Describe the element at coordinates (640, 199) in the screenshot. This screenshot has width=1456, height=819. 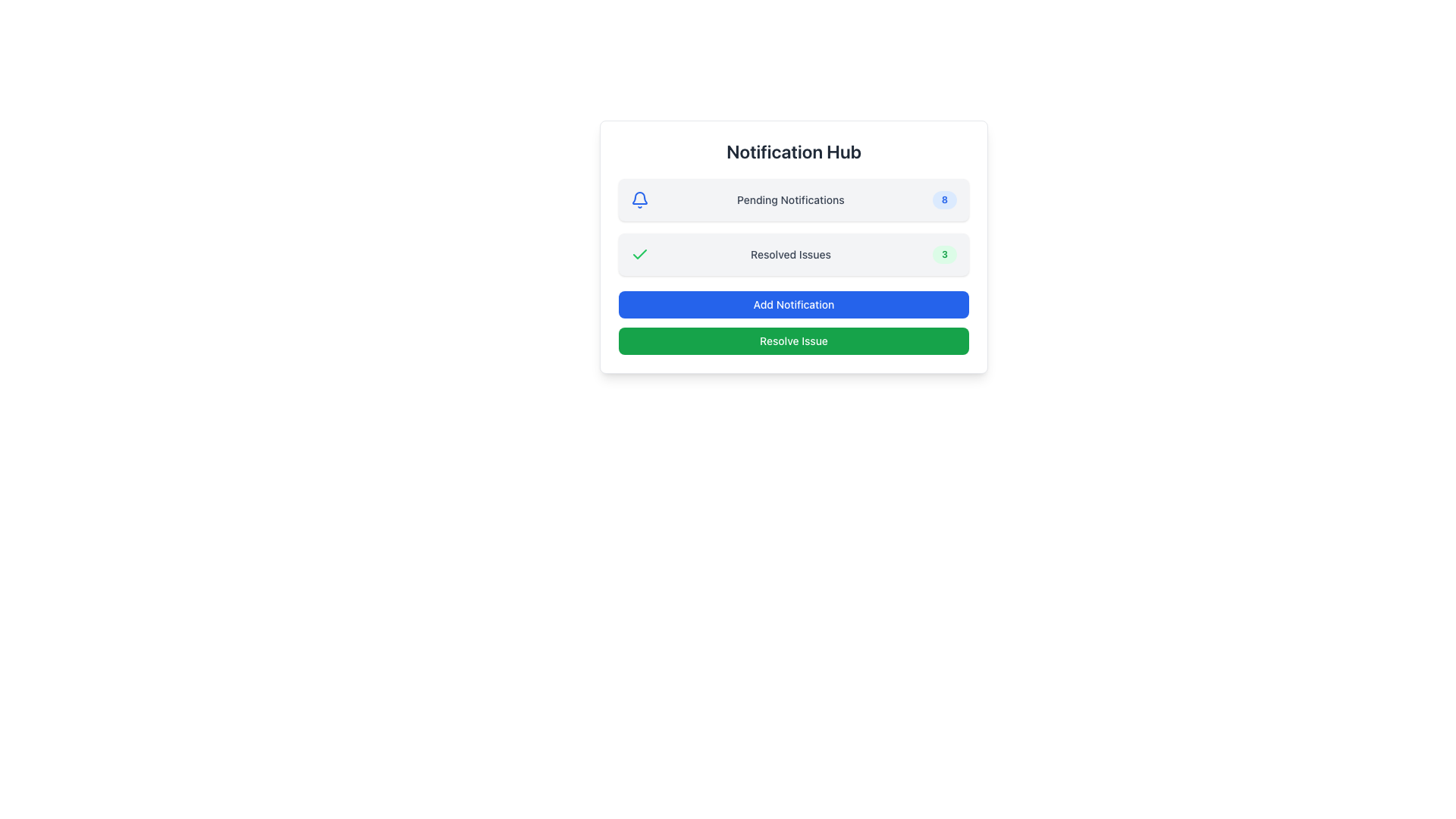
I see `the bell-shaped notification icon, which is styled in blue and located in the 'Pending Notifications' section of the Notification Hub layout` at that location.